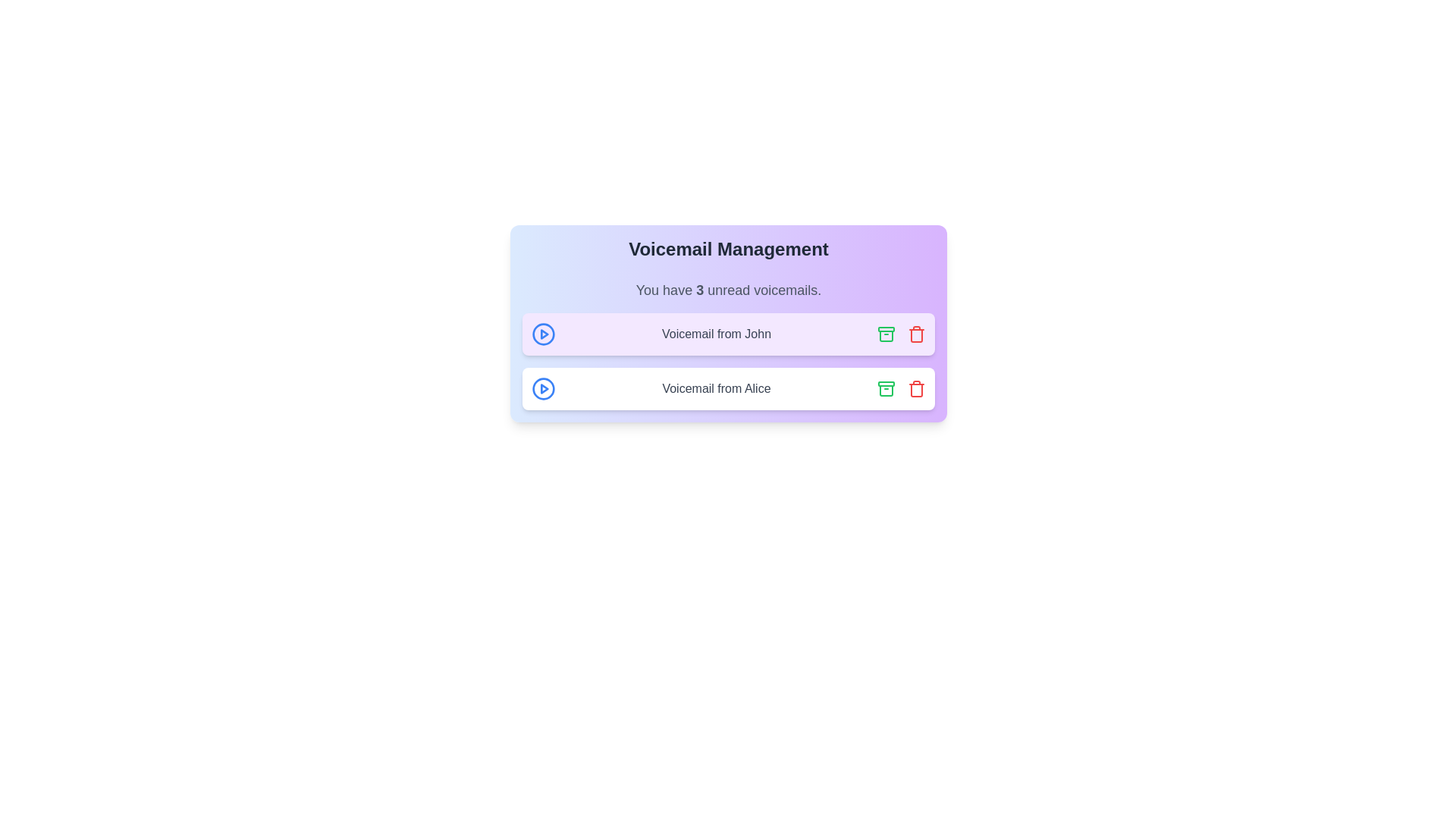  What do you see at coordinates (728, 290) in the screenshot?
I see `information displayed in the text label stating 'You have 3 unread voicemails.' which is located in the Voicemail Management card interface` at bounding box center [728, 290].